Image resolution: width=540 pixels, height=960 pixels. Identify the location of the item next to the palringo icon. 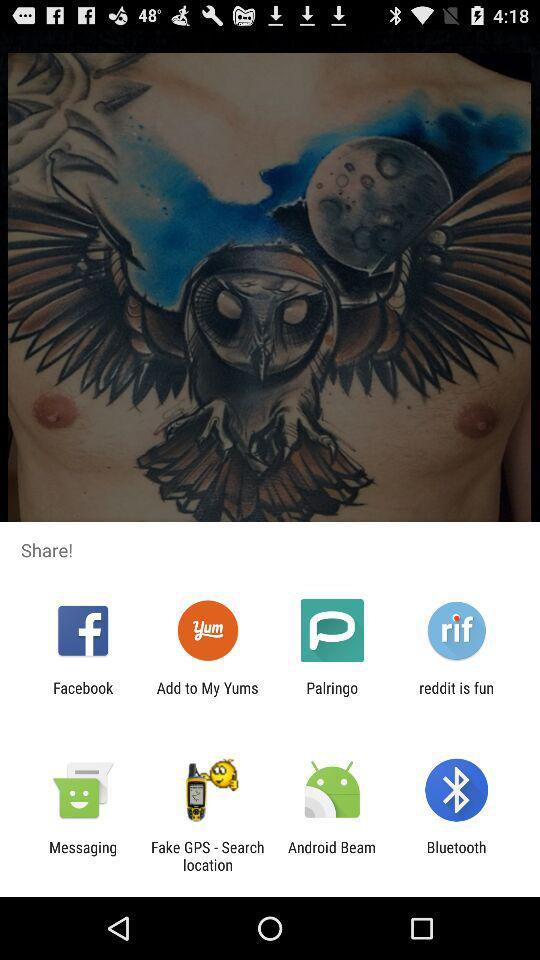
(206, 696).